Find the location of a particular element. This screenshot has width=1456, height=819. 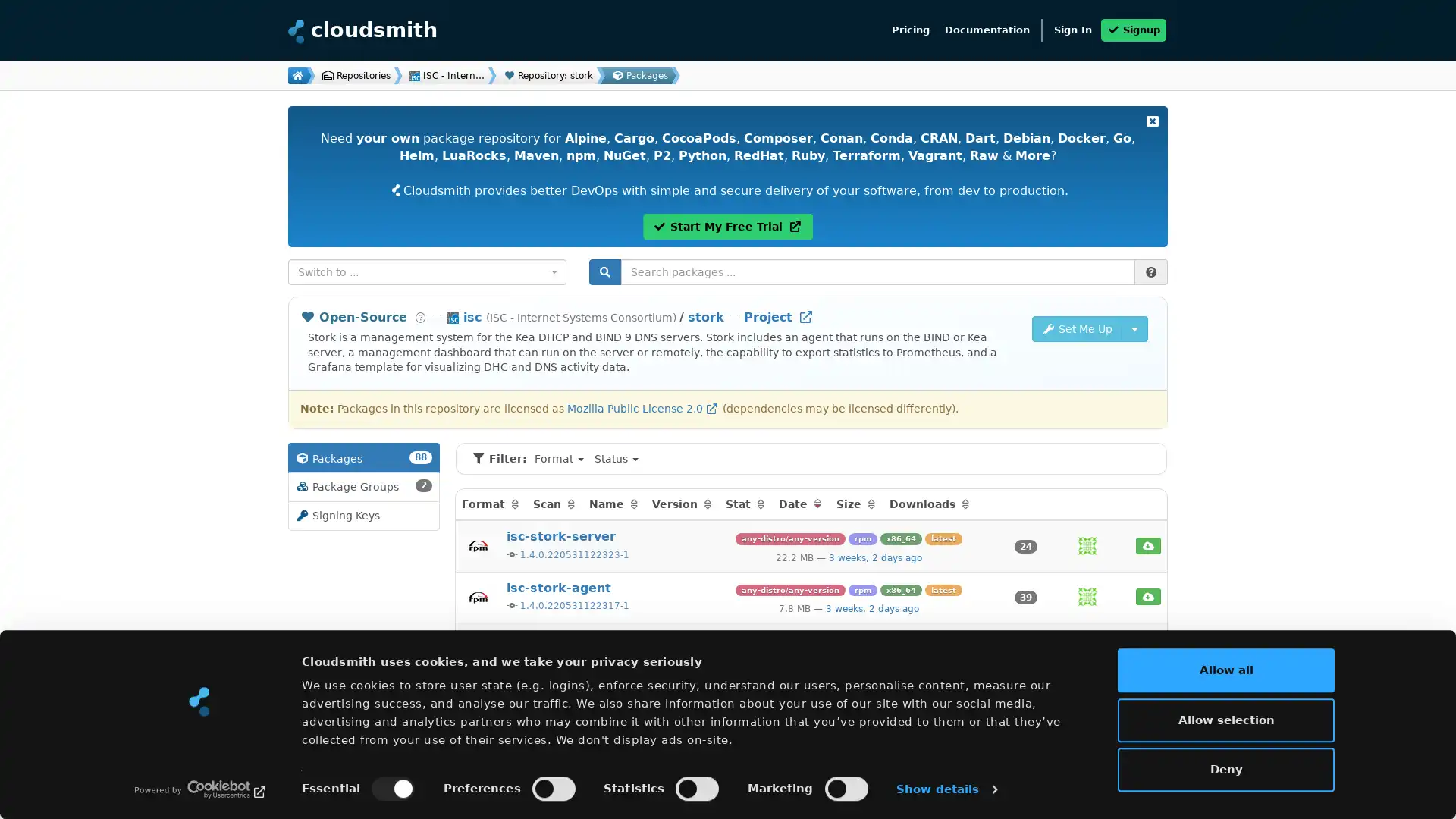

Open Intercom Messenger is located at coordinates (1417, 780).